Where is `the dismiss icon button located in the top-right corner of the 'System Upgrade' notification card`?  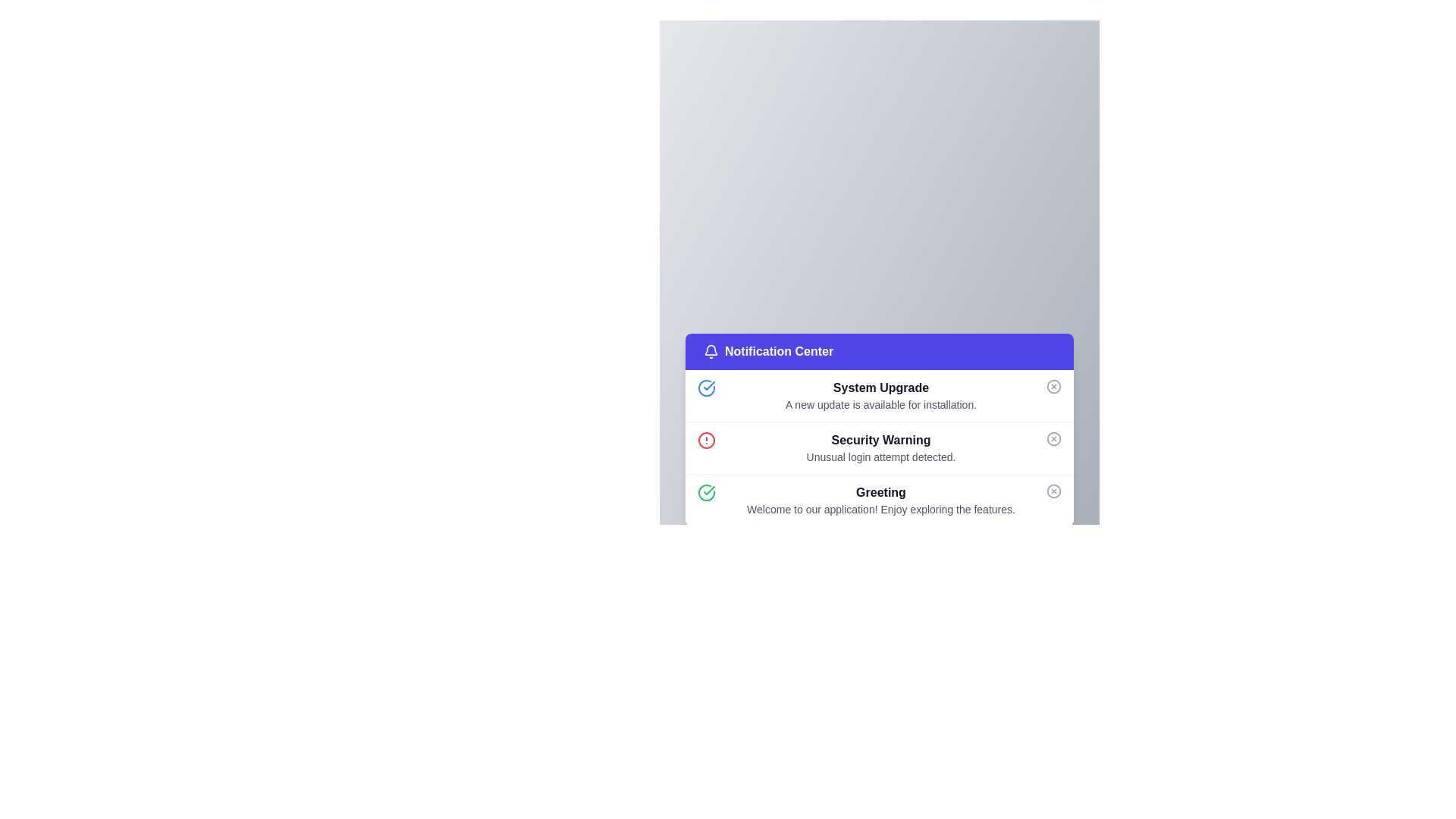 the dismiss icon button located in the top-right corner of the 'System Upgrade' notification card is located at coordinates (1053, 385).